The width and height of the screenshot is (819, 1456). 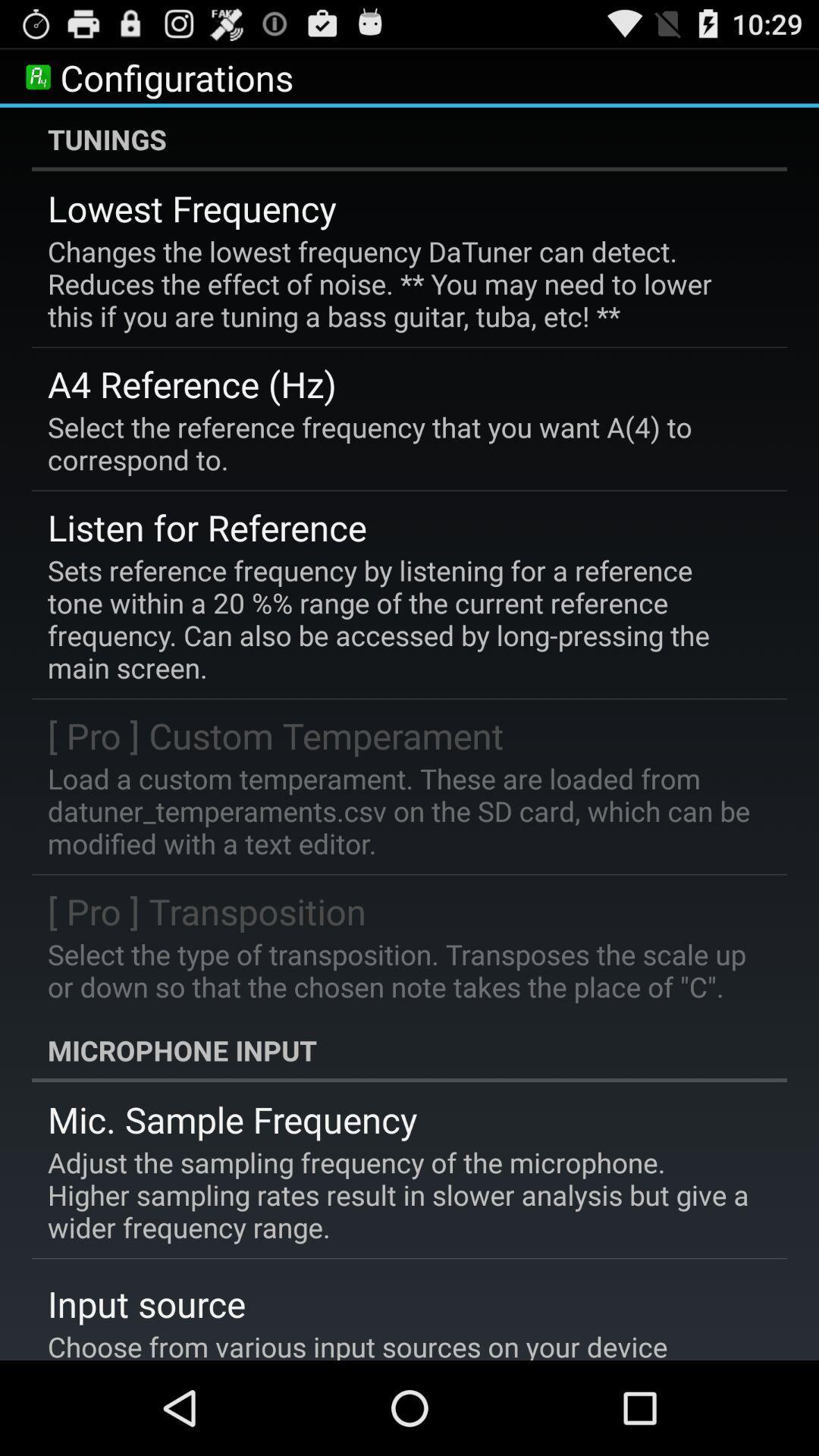 I want to click on the load a custom item, so click(x=398, y=810).